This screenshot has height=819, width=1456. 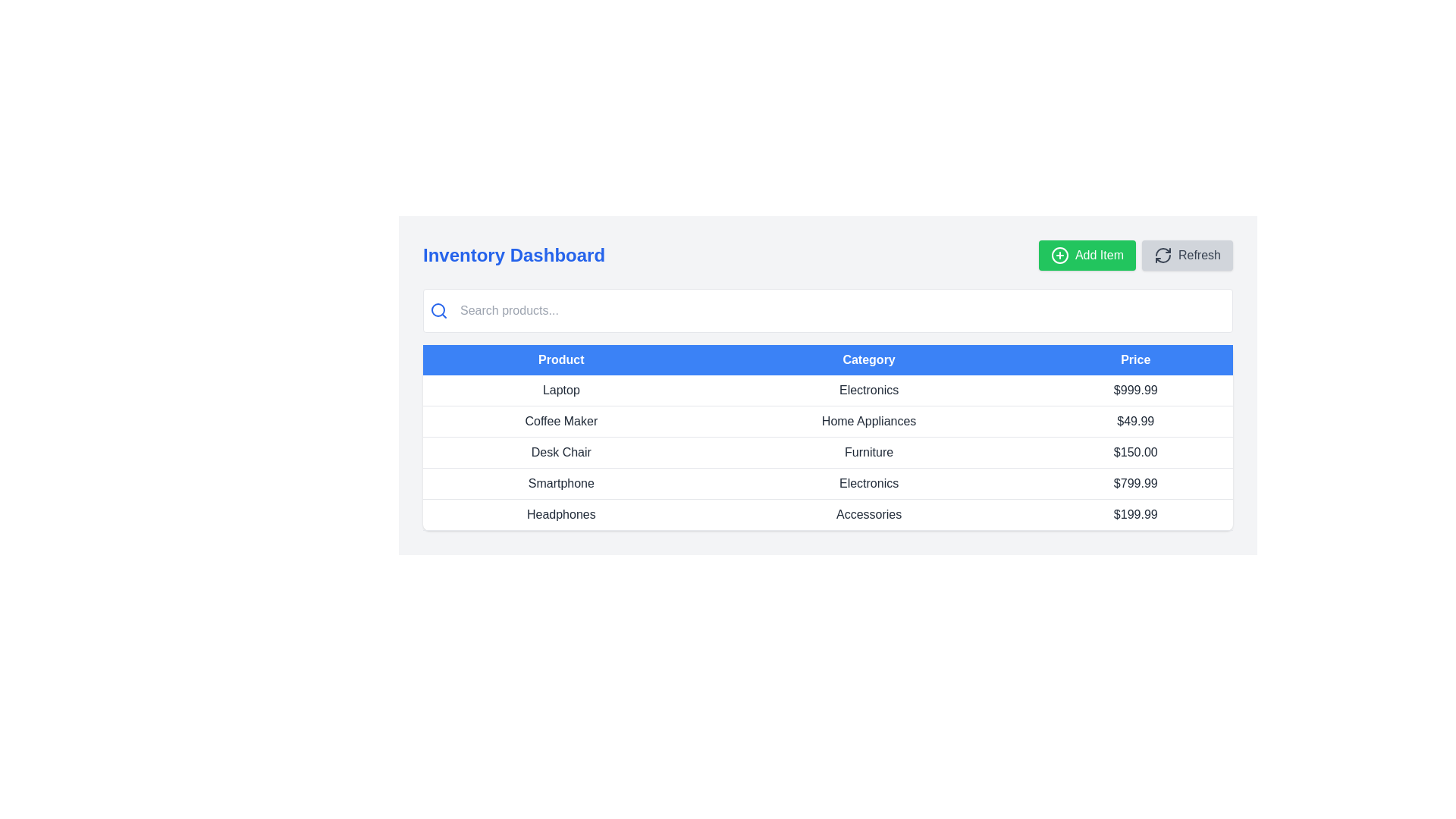 I want to click on the fourth row in the product table that displays 'Smartphone' under the 'Product' column, 'Electronics' under the 'Category' column, and '$799.99' under the 'Price' column, so click(x=827, y=483).